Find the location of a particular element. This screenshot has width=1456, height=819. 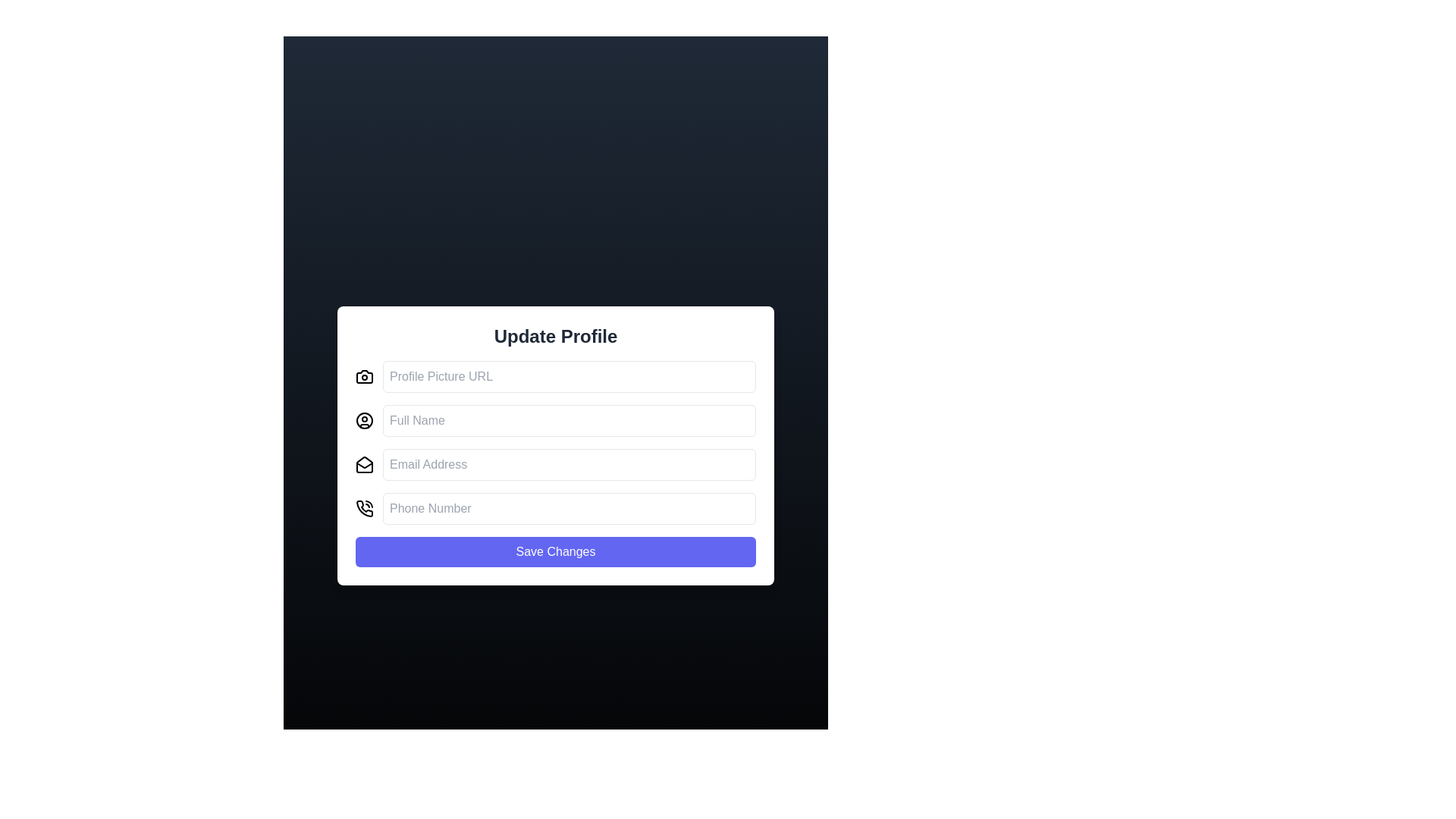

the user icon element, which is represented by a circular outline with a head and shoulders, located to the left of the 'Full Name' text input field is located at coordinates (364, 421).